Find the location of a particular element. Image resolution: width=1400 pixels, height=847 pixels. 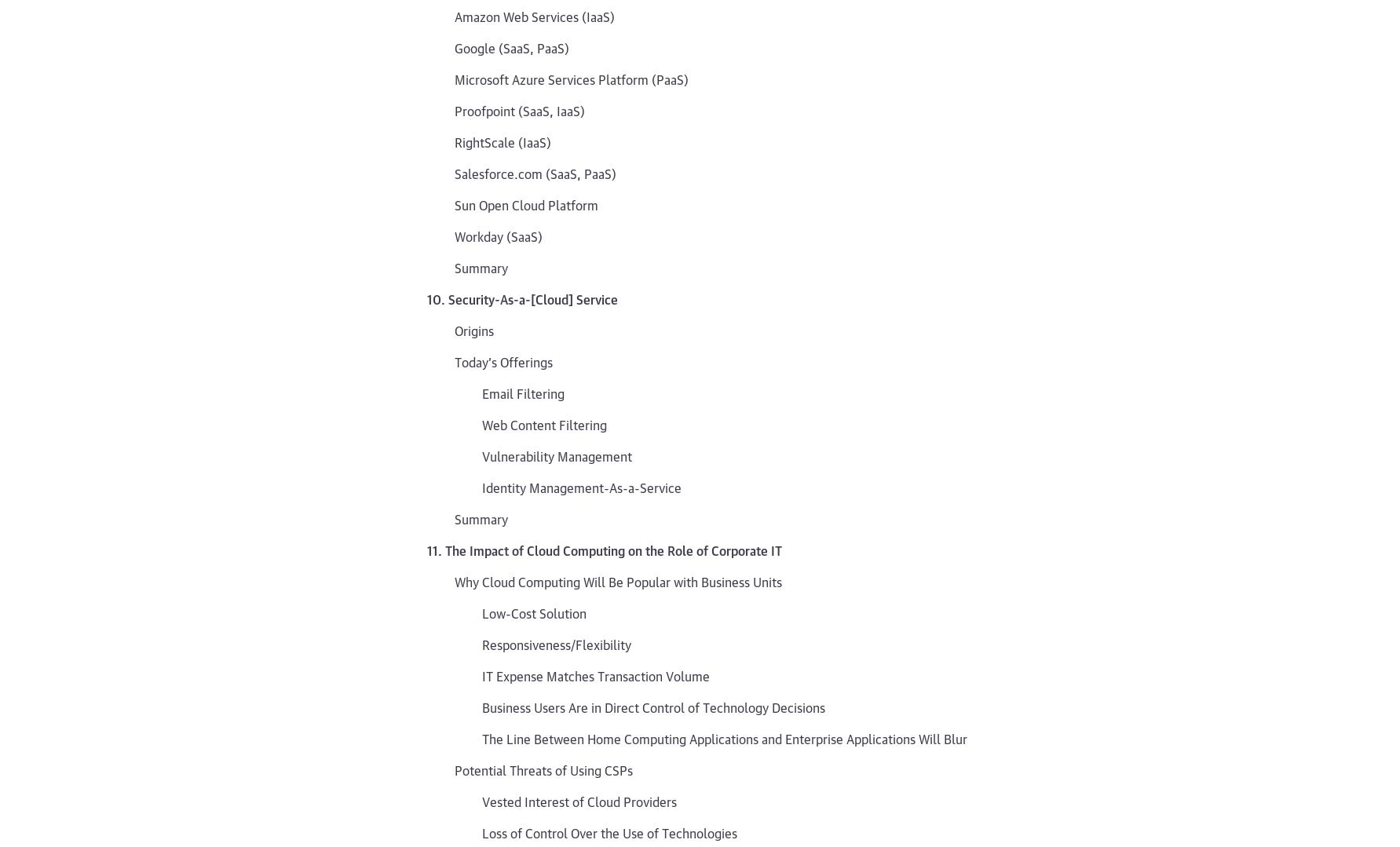

'Microsoft Azure Services Platform (PaaS)' is located at coordinates (570, 78).